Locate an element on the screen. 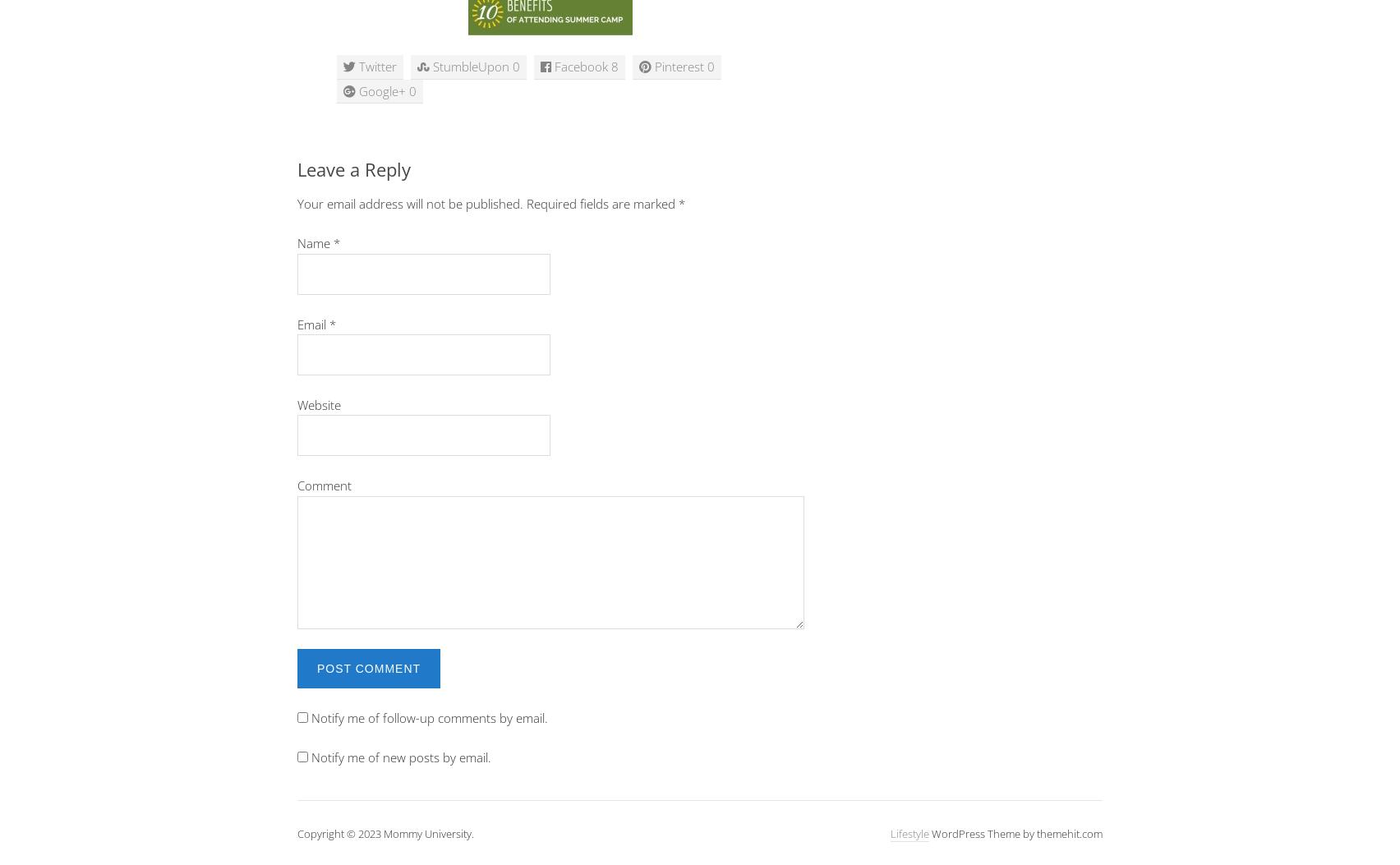  'Pinterest' is located at coordinates (653, 65).